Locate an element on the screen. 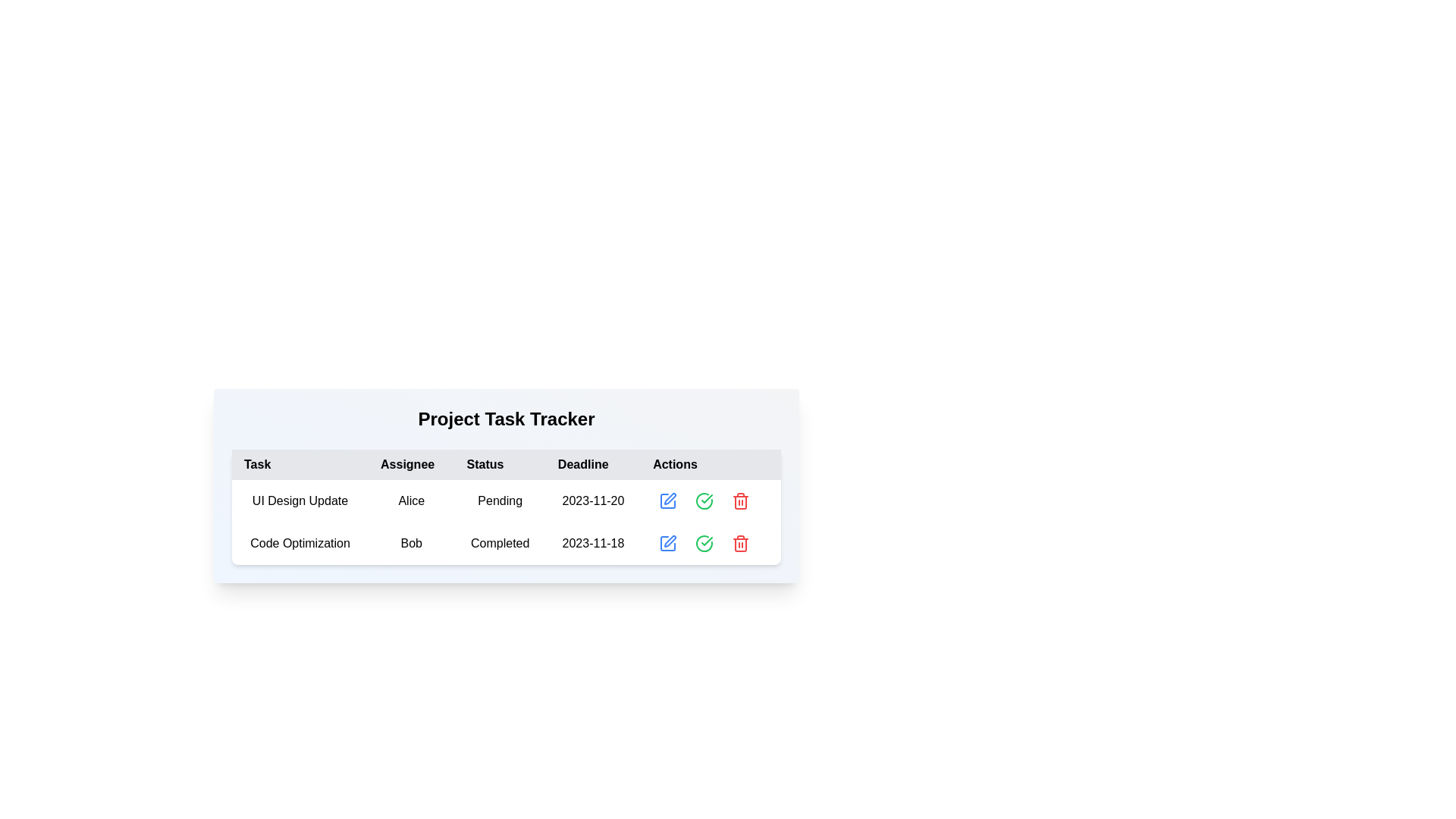 The width and height of the screenshot is (1456, 819). the blue square-shaped edit icon with a pen symbol located is located at coordinates (667, 500).